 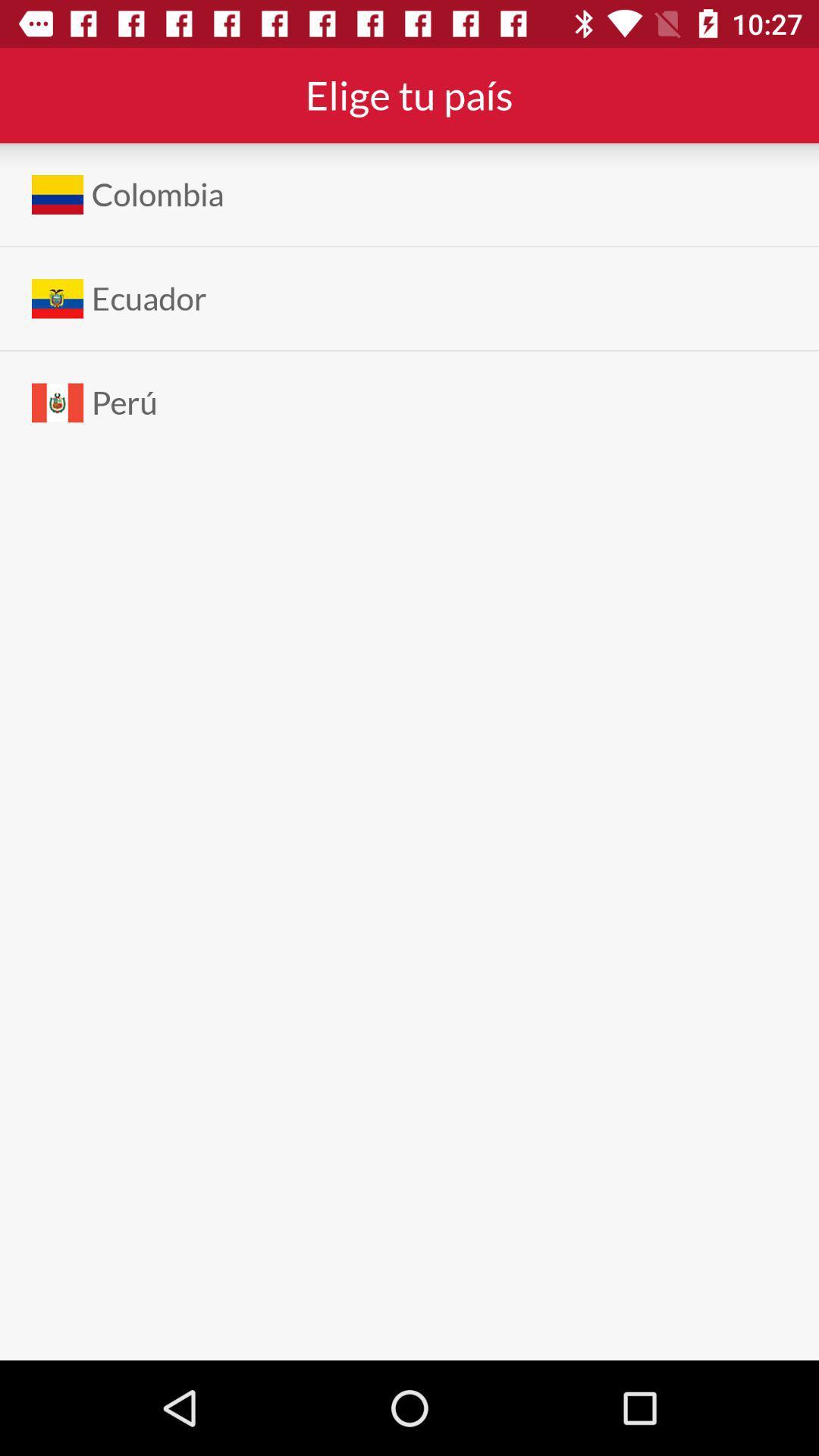 What do you see at coordinates (149, 299) in the screenshot?
I see `the ecuador item` at bounding box center [149, 299].